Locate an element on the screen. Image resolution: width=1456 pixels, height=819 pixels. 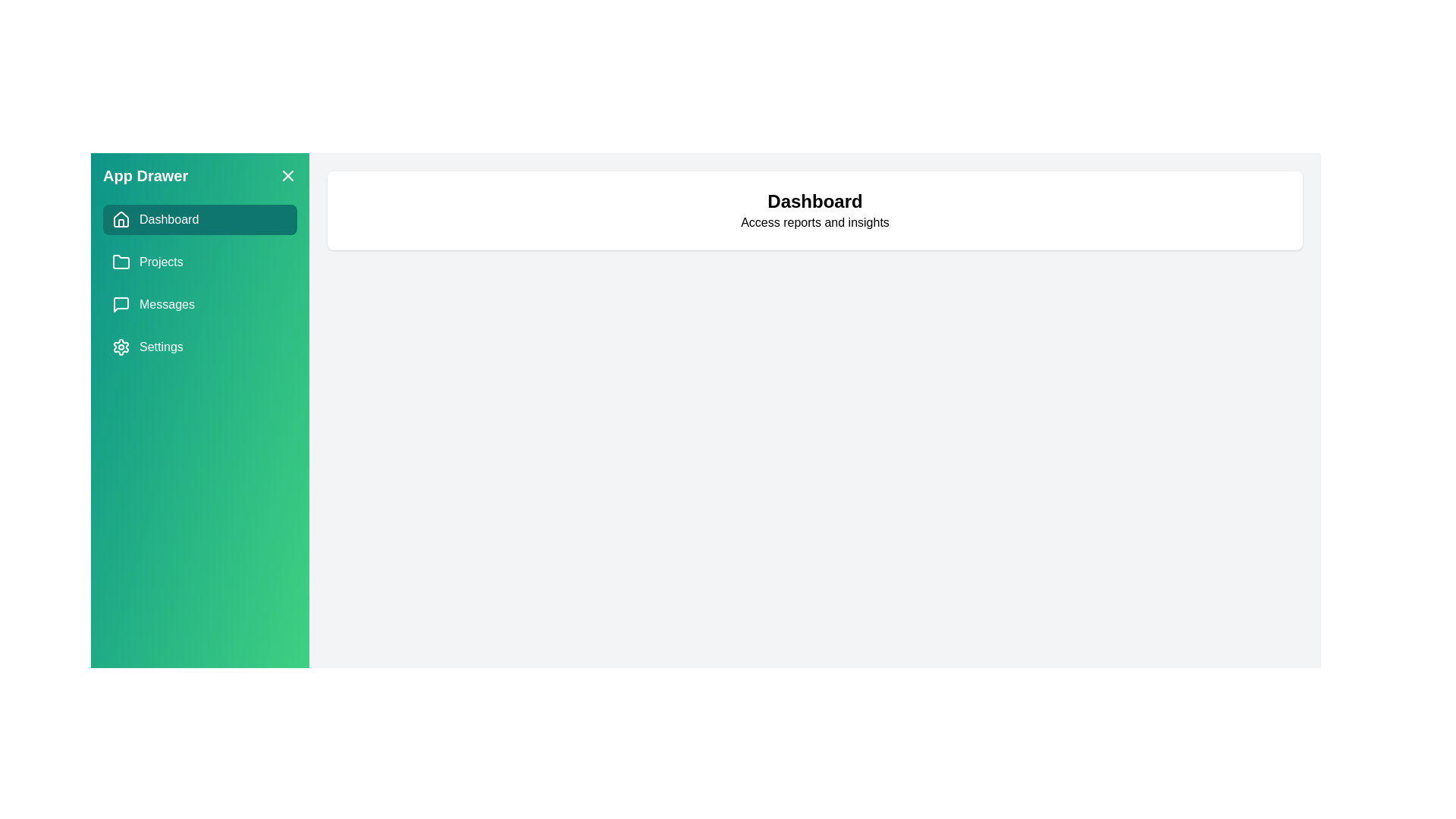
the menu item Dashboard from the drawer is located at coordinates (199, 219).